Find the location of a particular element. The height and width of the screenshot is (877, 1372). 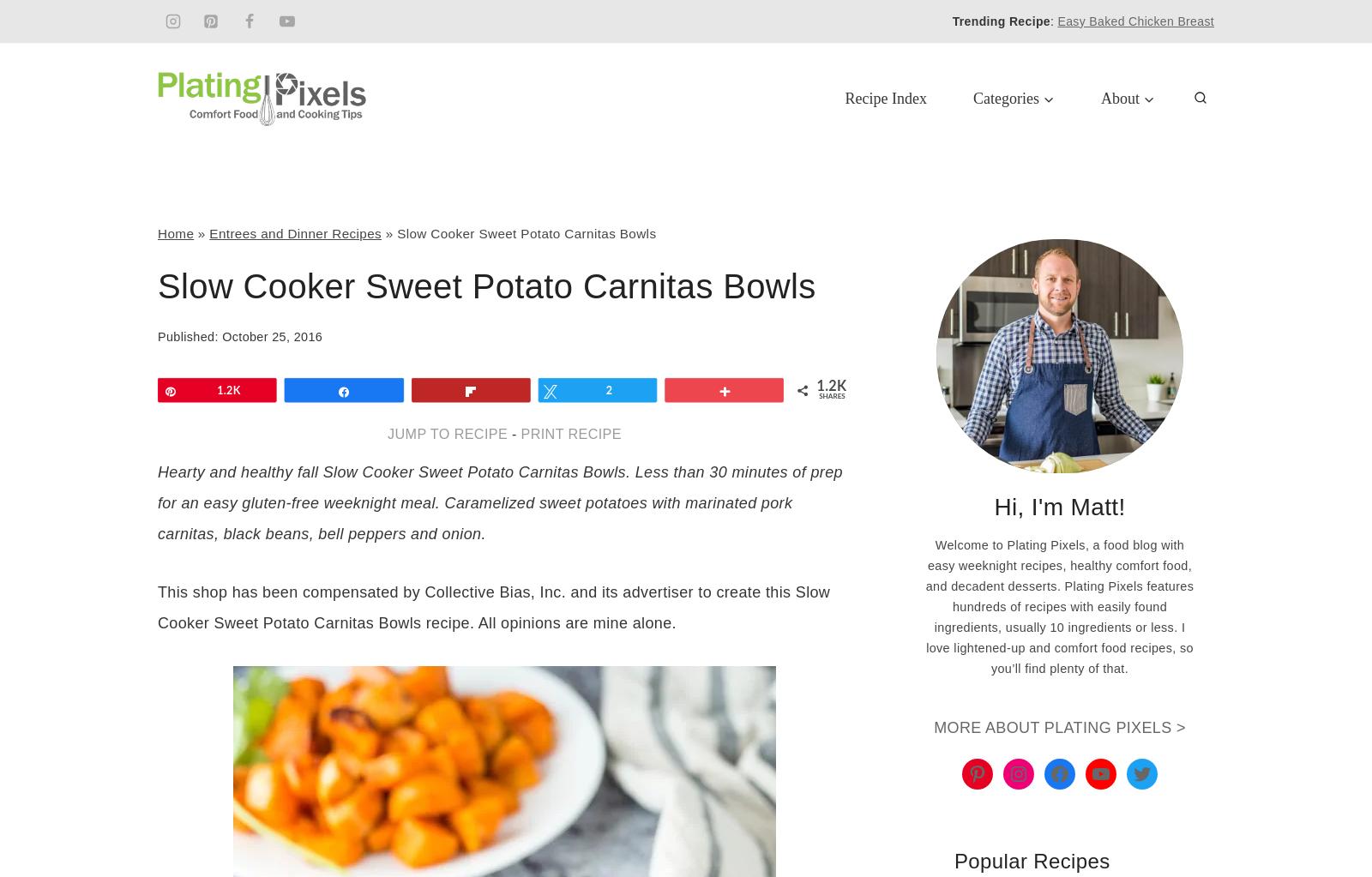

'Welcome to Plating Pixels, a food blog with easy weeknight recipes, healthy comfort food, and decadent desserts. Plating Pixels features hundreds of recipes with easily found ingredients, usually 10 ingredients or less. I love lightened-up and comfort food recipes, so you’ll find plenty of that.' is located at coordinates (1058, 604).